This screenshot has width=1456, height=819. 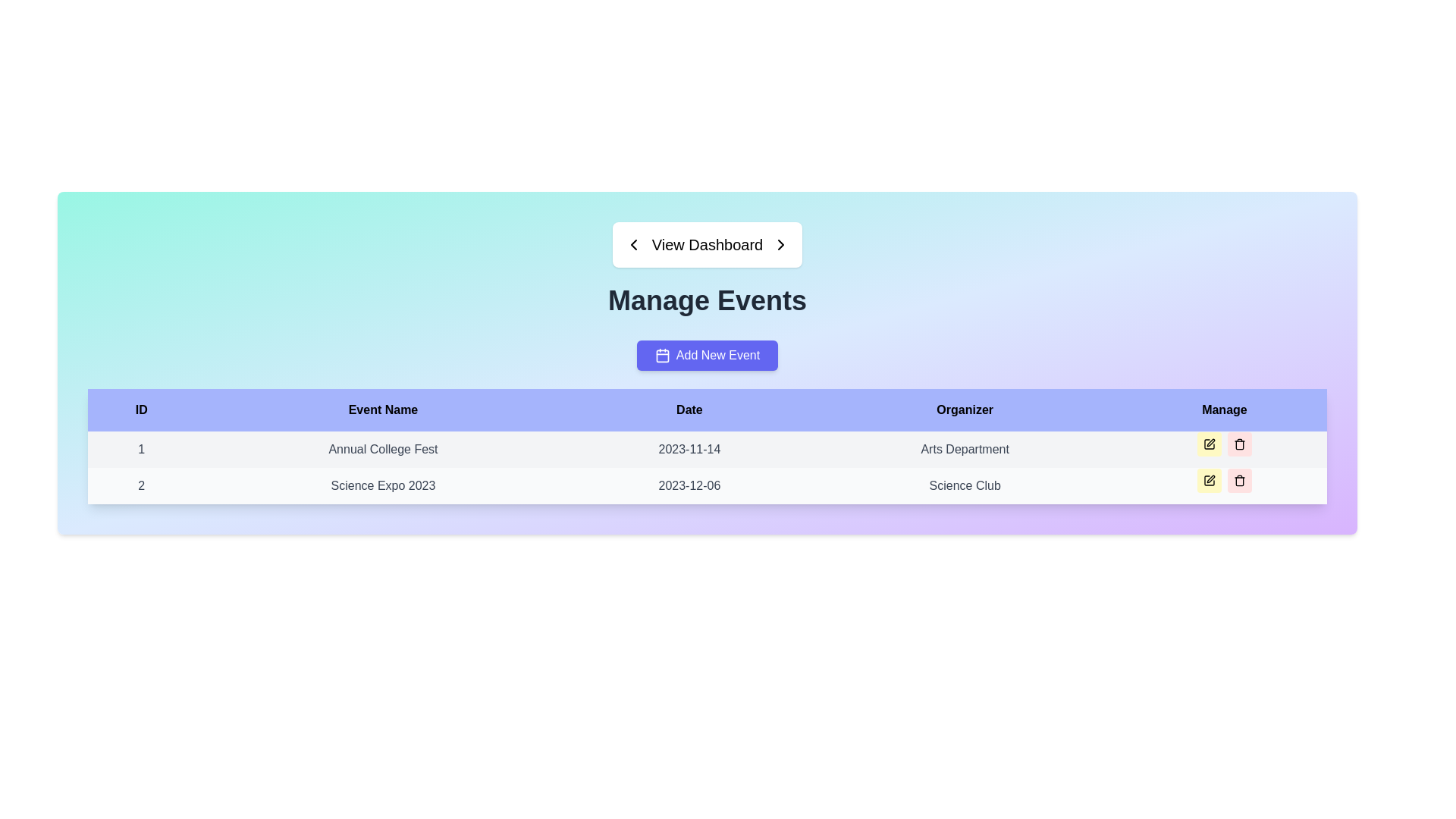 I want to click on the trash can icon located in the Manage column of the second row, so click(x=1238, y=480).